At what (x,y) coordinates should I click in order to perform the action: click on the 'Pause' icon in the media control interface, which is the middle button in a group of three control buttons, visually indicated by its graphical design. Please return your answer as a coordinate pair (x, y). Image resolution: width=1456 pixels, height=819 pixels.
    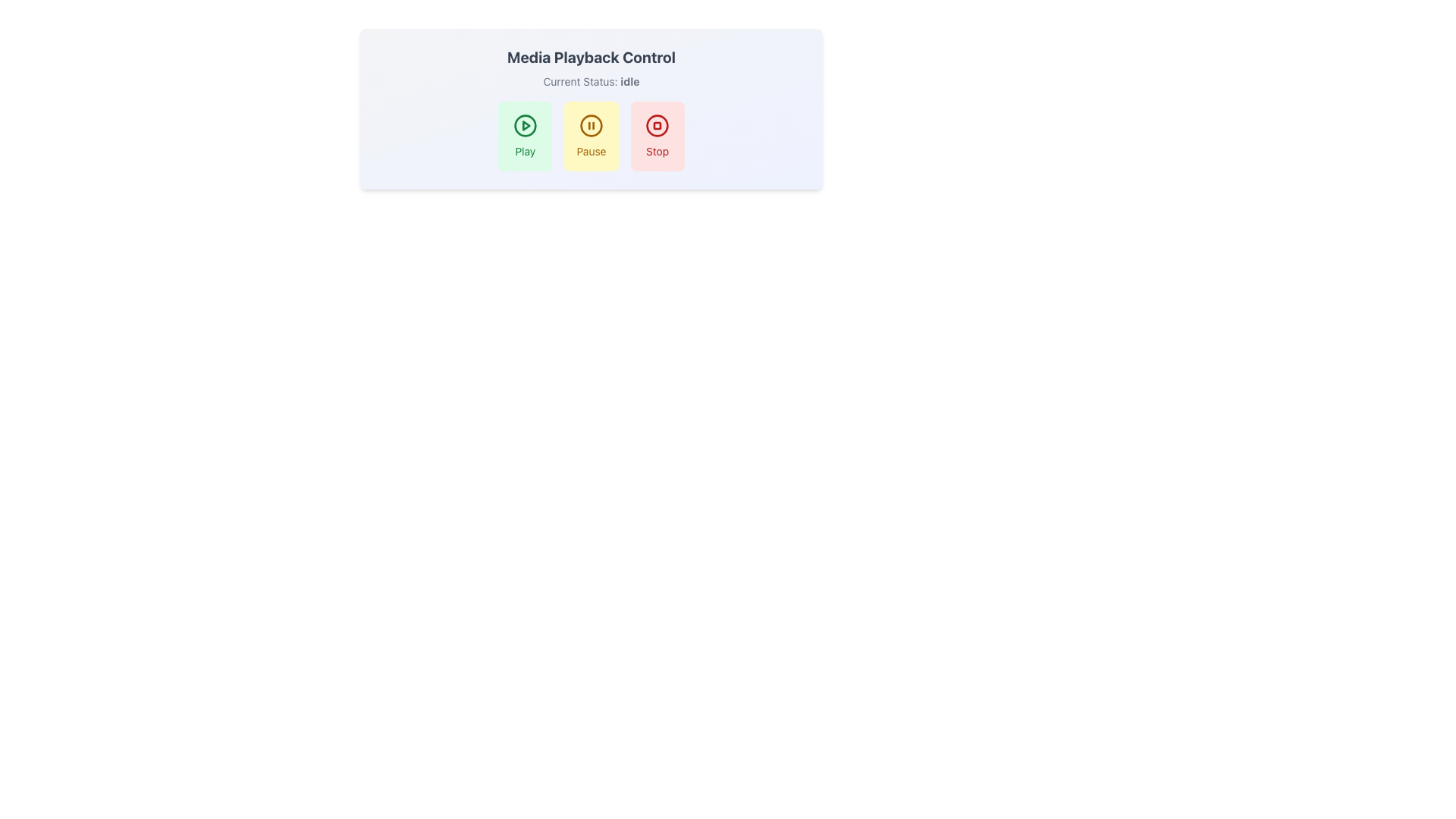
    Looking at the image, I should click on (590, 124).